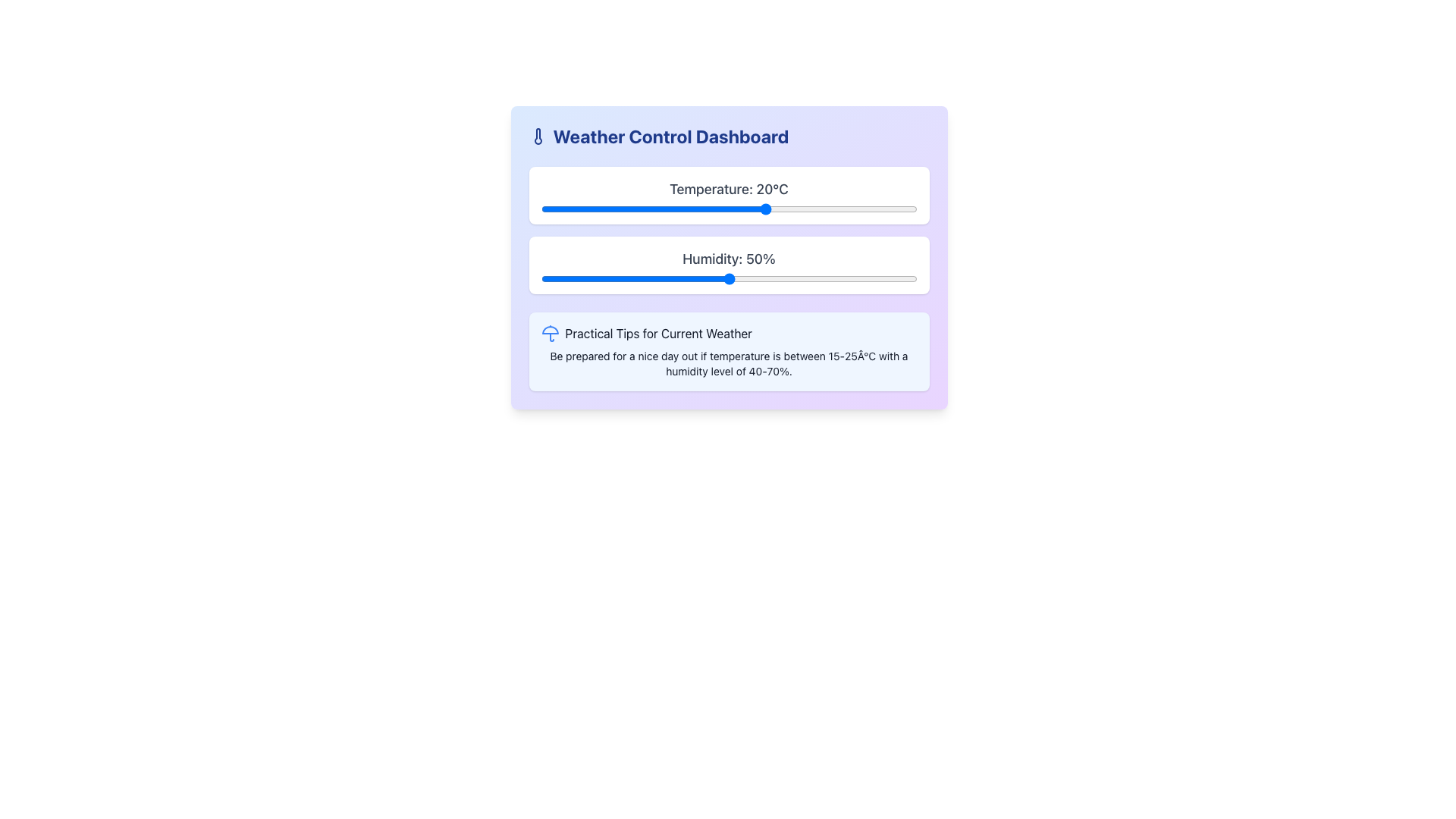  Describe the element at coordinates (729, 265) in the screenshot. I see `the interactive slider labeled 'Humidity: 50%' which displays a blue indicator on a gradient background ranging from yellow to green` at that location.